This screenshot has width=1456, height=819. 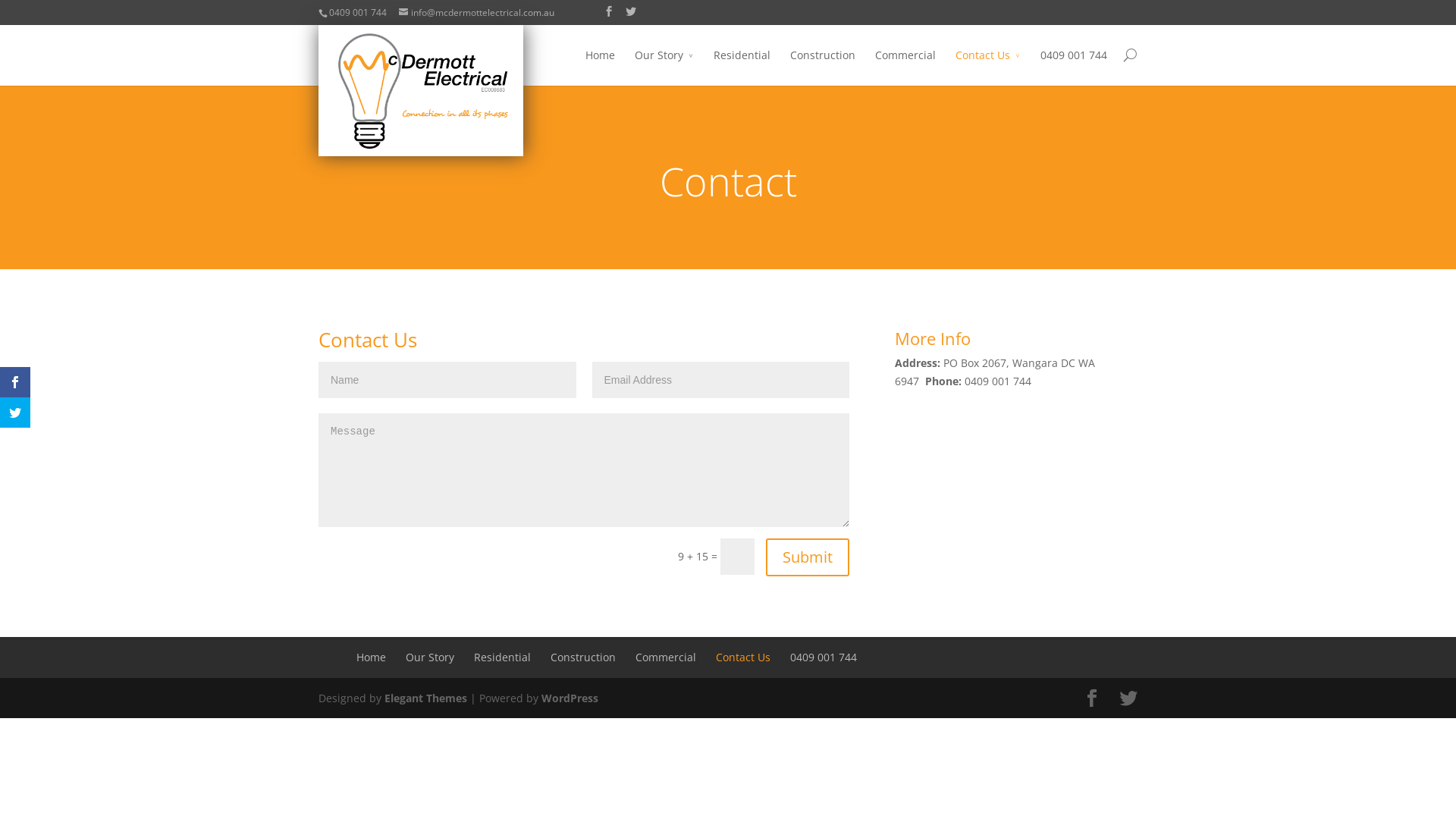 I want to click on 'Home', so click(x=599, y=65).